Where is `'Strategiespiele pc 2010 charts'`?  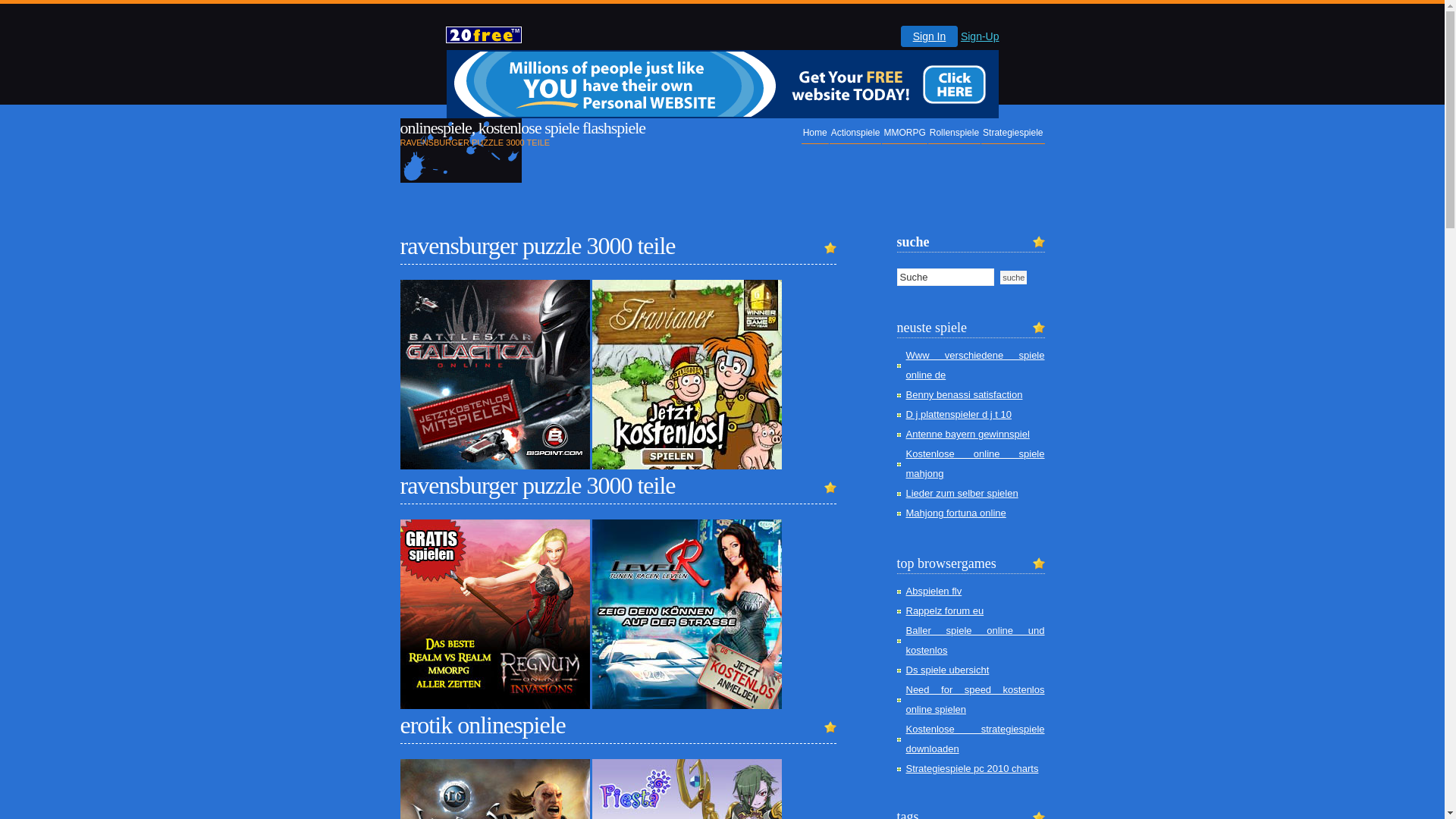
'Strategiespiele pc 2010 charts' is located at coordinates (971, 768).